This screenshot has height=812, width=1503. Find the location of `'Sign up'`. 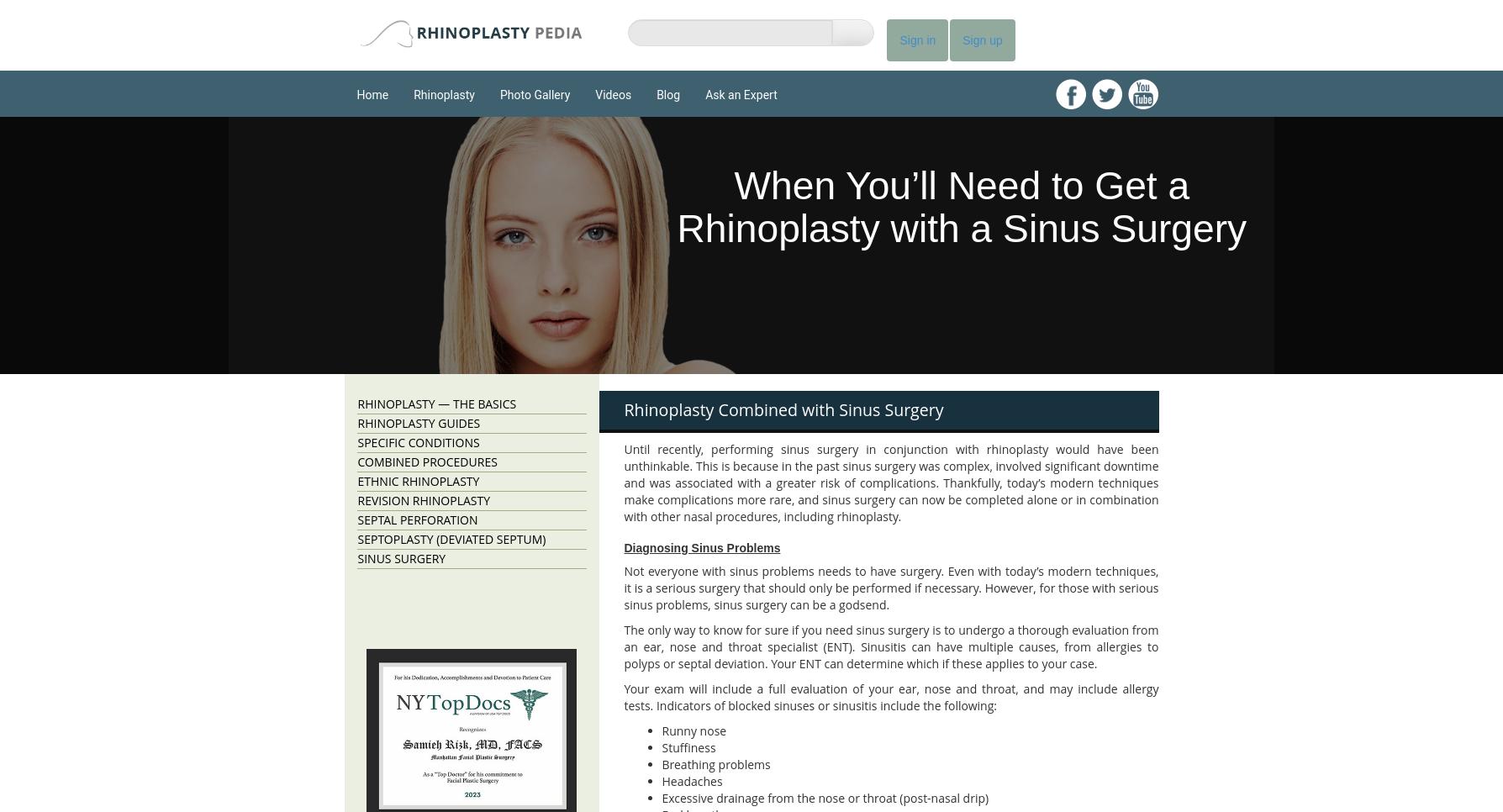

'Sign up' is located at coordinates (962, 40).